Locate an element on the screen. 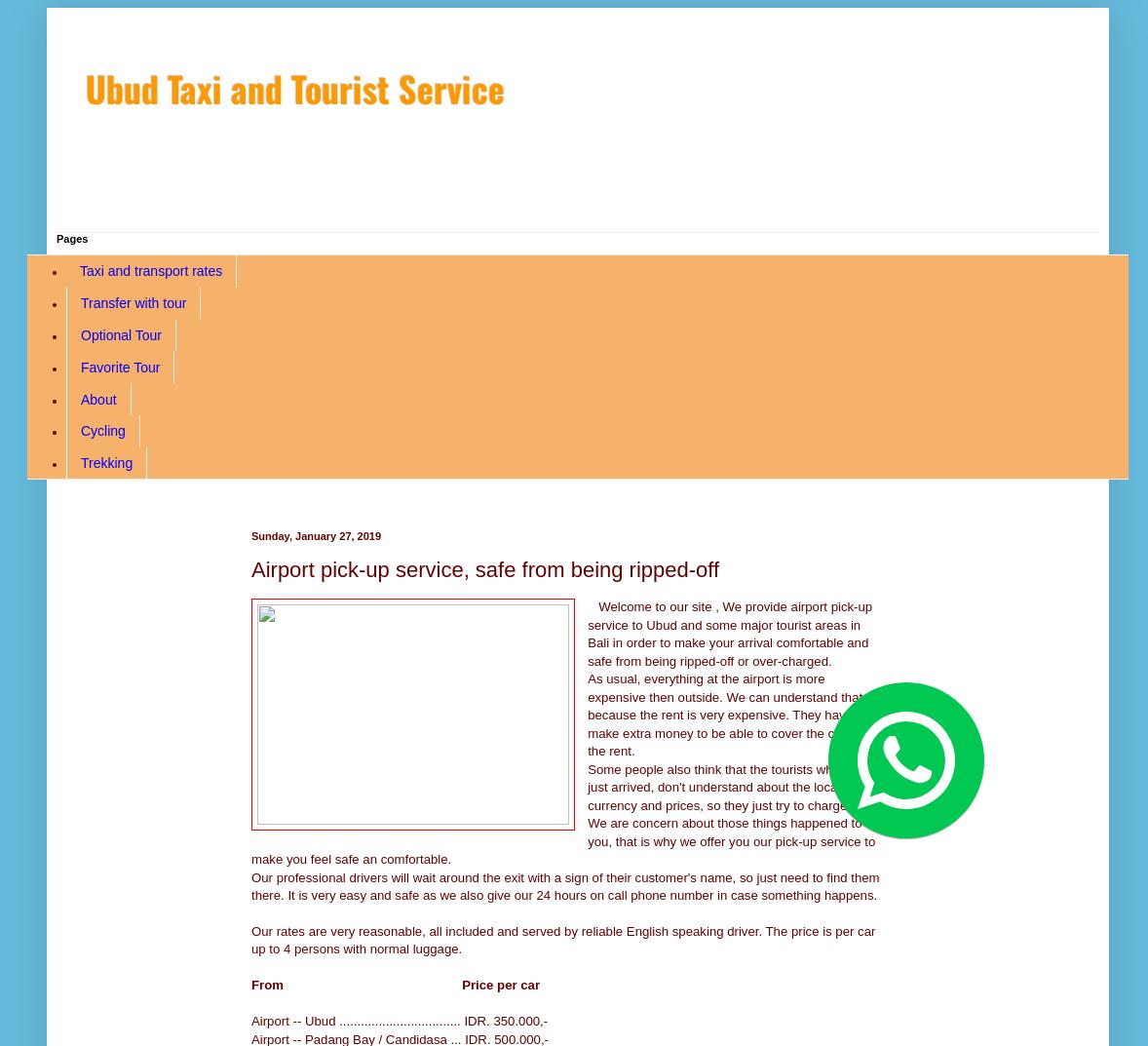  'Favorite Tour' is located at coordinates (119, 365).